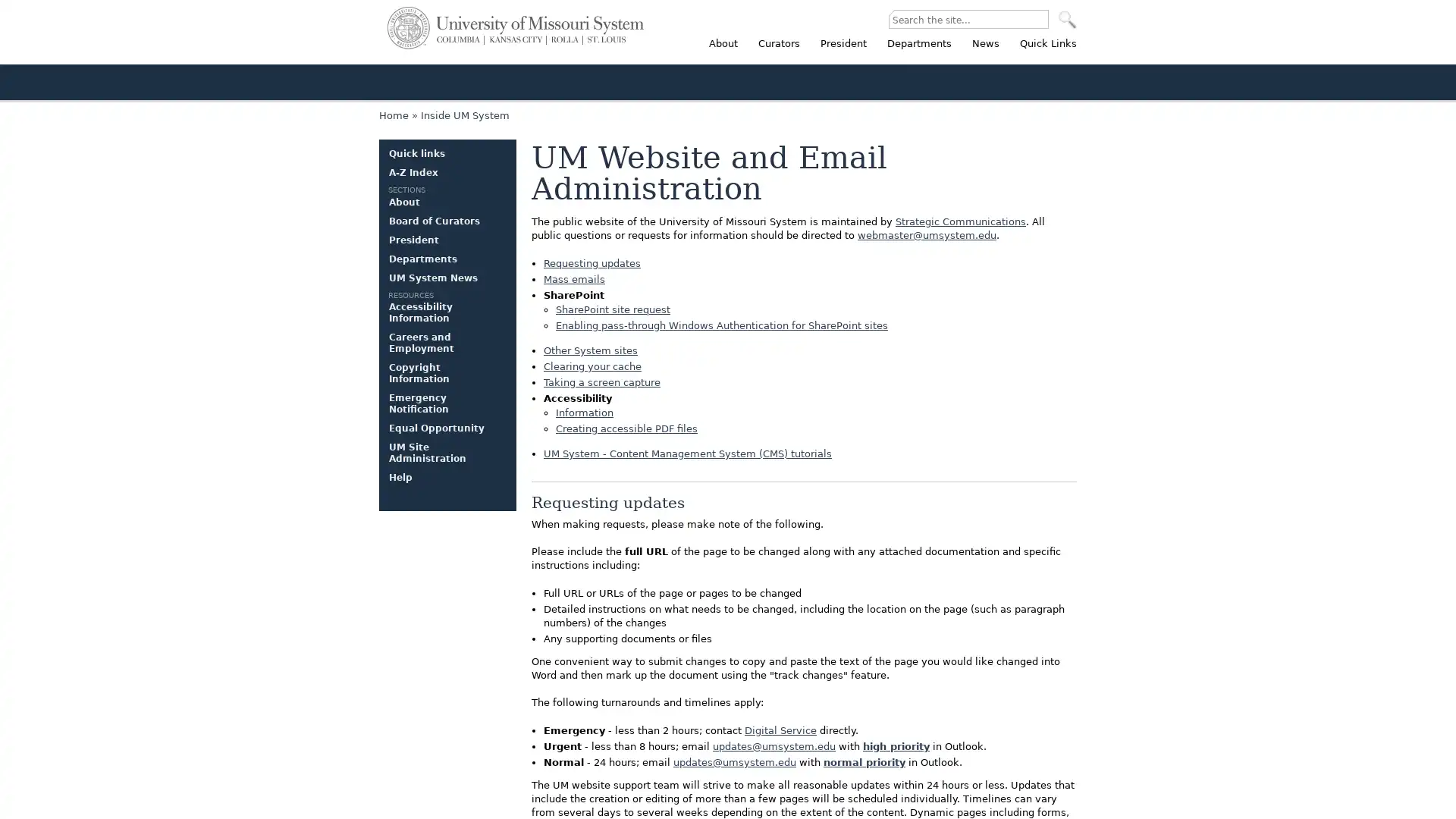  What do you see at coordinates (1066, 20) in the screenshot?
I see `SEARCH` at bounding box center [1066, 20].